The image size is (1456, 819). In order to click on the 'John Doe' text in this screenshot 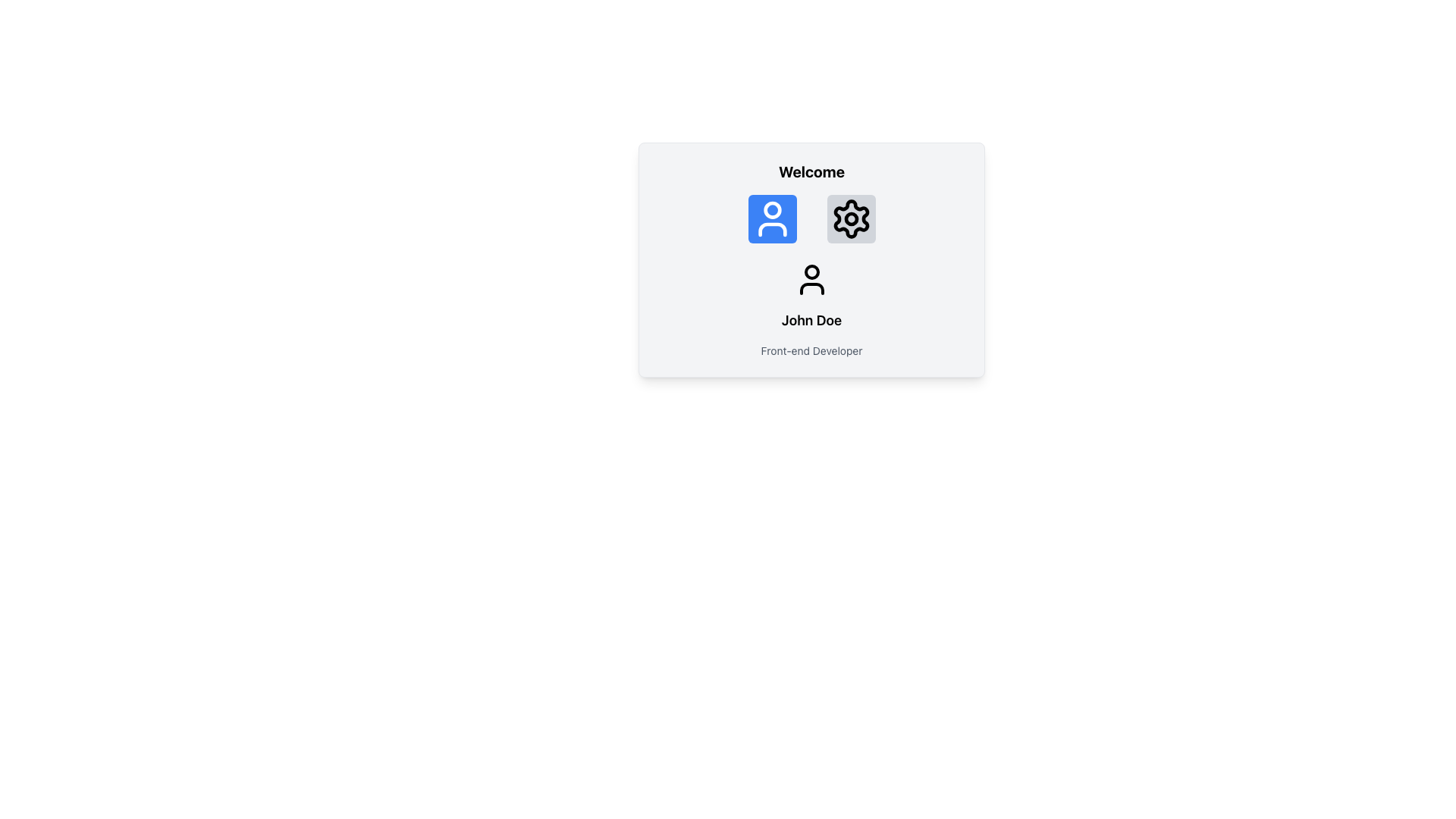, I will do `click(811, 309)`.